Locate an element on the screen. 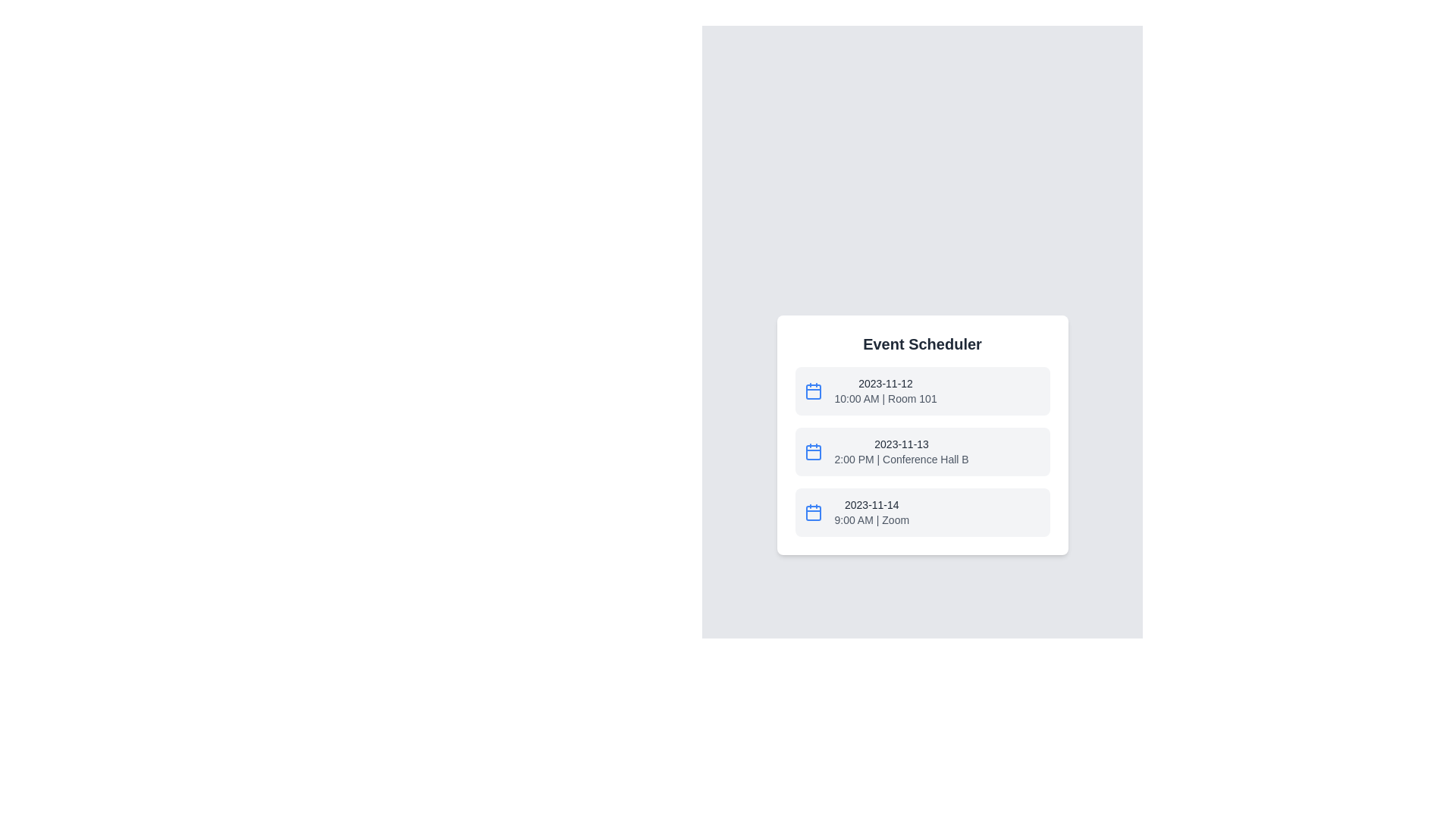 This screenshot has width=1456, height=819. the calendar icon located in the third event block of the event scheduler, which is positioned next to the '2023-11-14 9:00 AM | Zoom' text is located at coordinates (812, 512).